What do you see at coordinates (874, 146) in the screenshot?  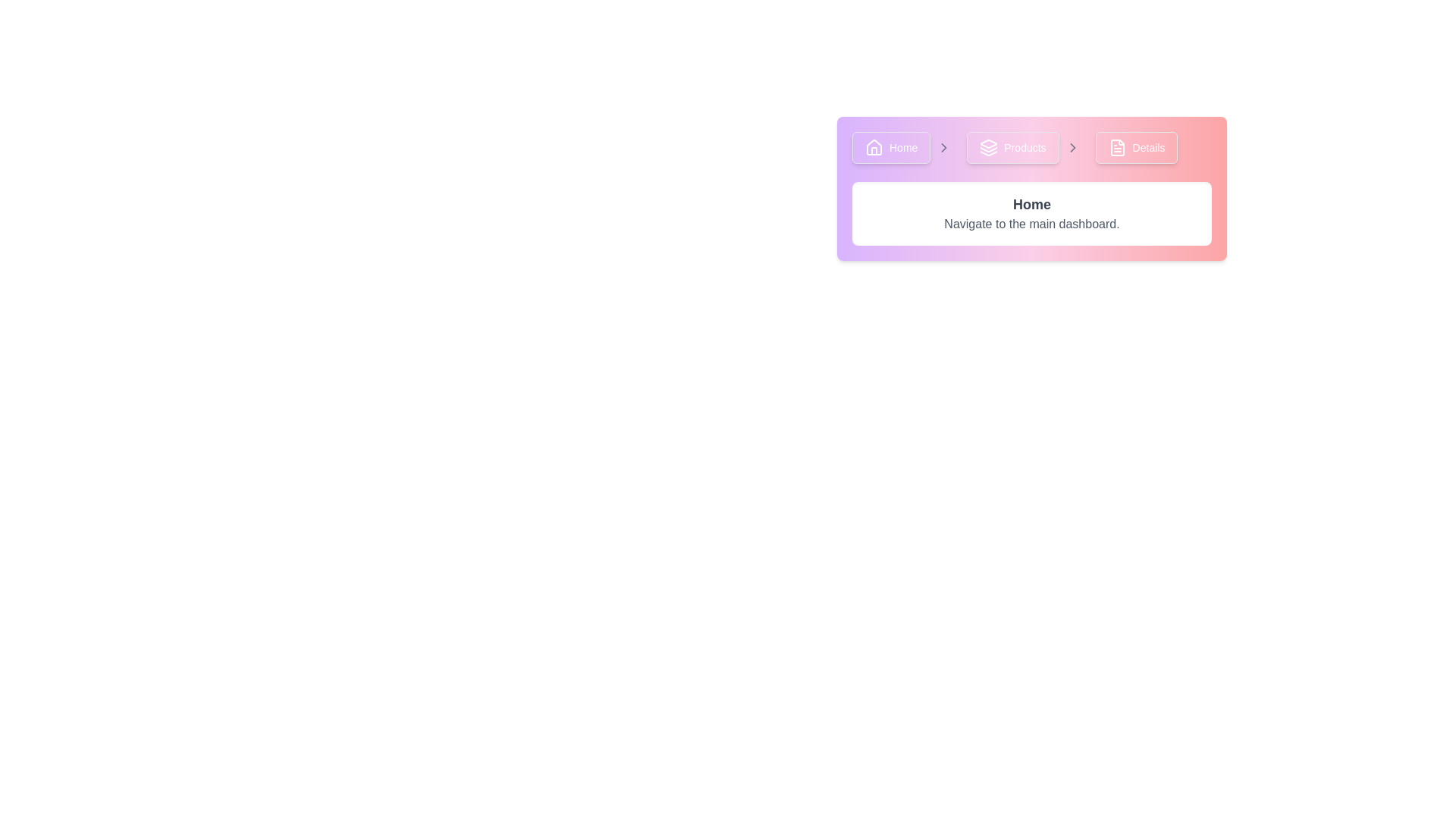 I see `the 'Home' breadcrumb icon located in the navigation bar, which is the first icon preceding the text 'Home'` at bounding box center [874, 146].